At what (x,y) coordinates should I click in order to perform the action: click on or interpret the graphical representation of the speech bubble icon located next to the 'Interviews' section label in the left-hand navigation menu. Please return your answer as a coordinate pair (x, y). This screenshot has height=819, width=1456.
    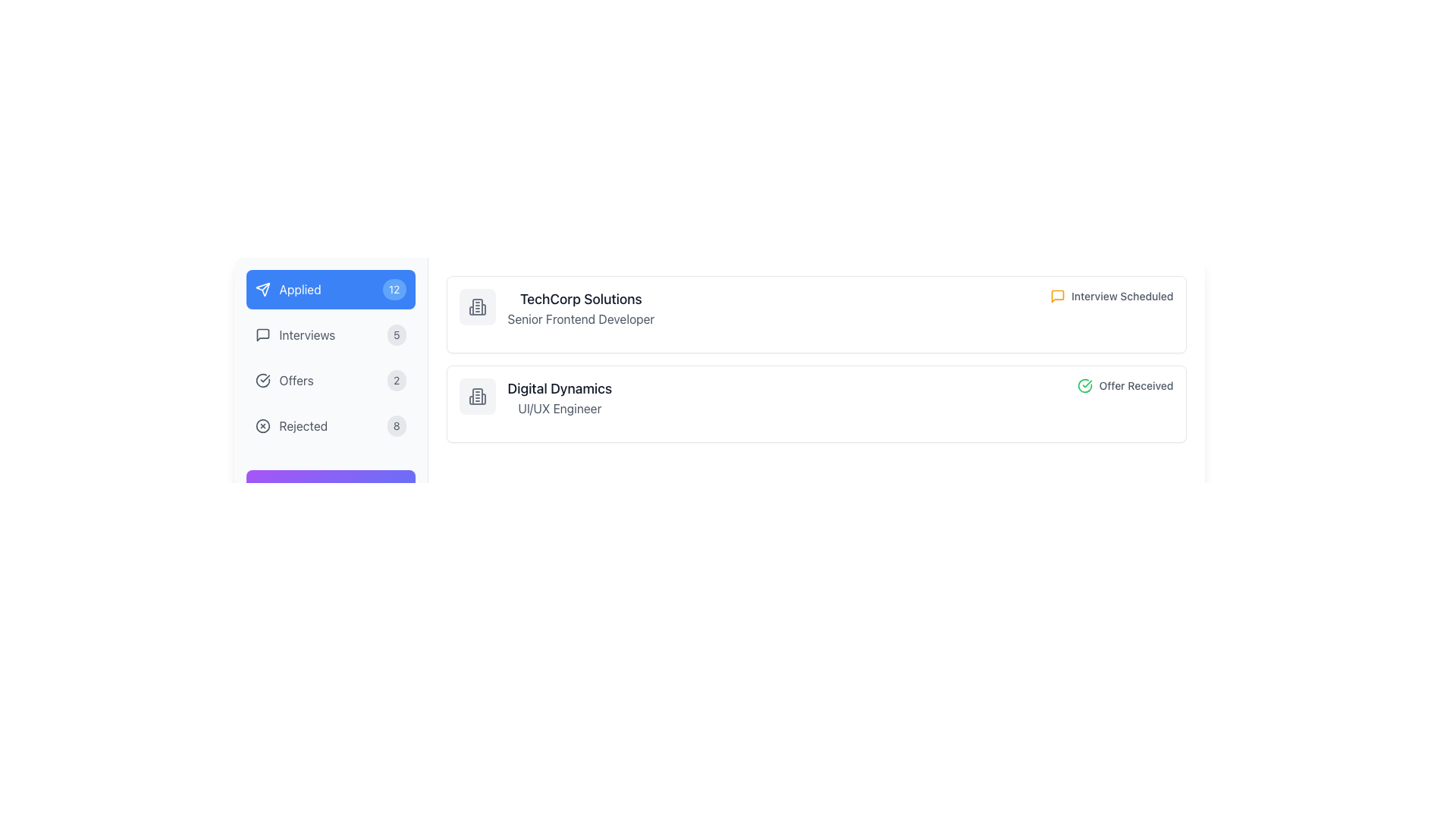
    Looking at the image, I should click on (262, 334).